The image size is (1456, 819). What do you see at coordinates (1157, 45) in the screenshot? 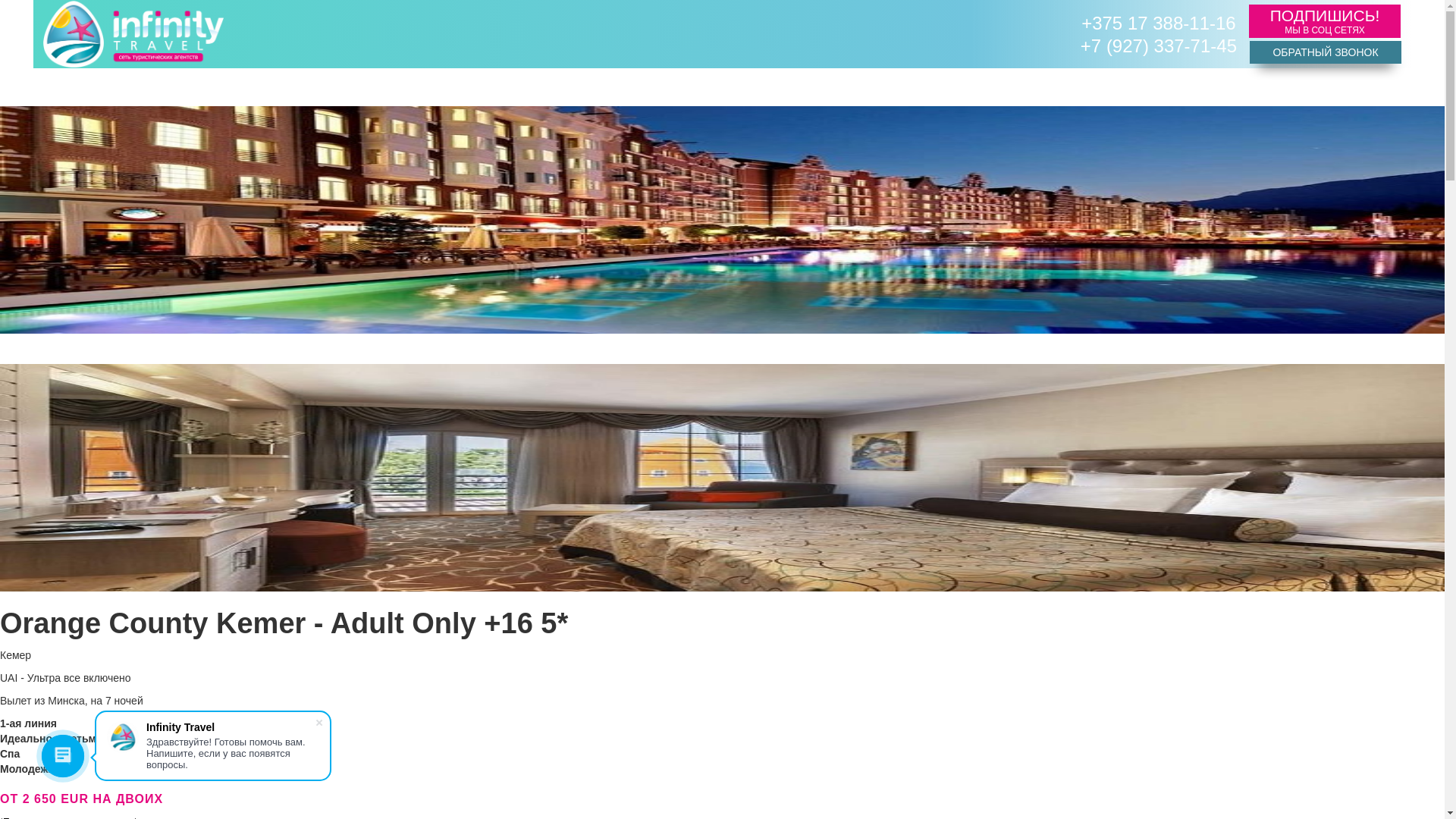
I see `'+7 (927) 337-71-45'` at bounding box center [1157, 45].